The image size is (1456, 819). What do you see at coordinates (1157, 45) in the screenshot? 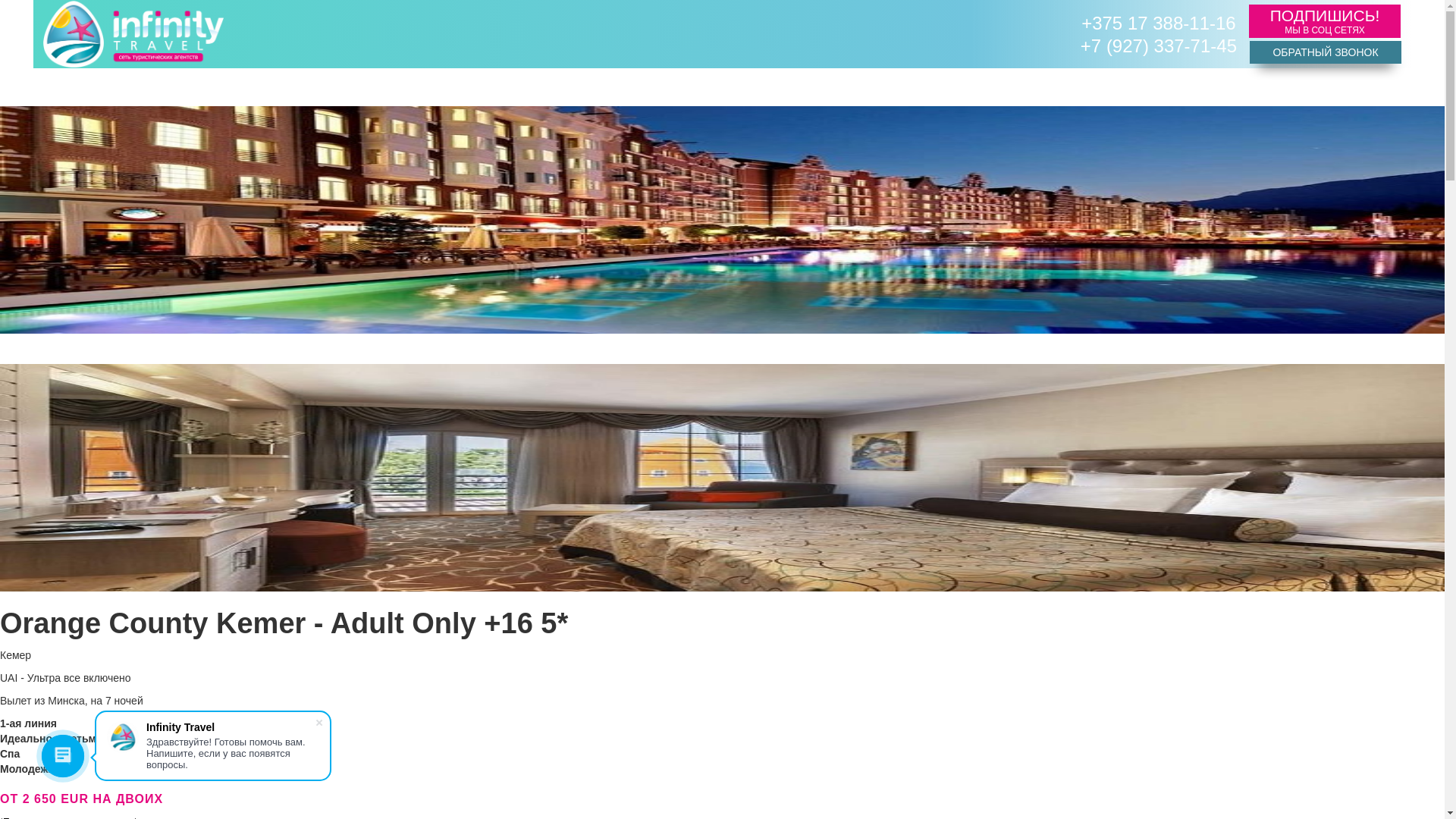
I see `'+7 (927) 337-71-45'` at bounding box center [1157, 45].